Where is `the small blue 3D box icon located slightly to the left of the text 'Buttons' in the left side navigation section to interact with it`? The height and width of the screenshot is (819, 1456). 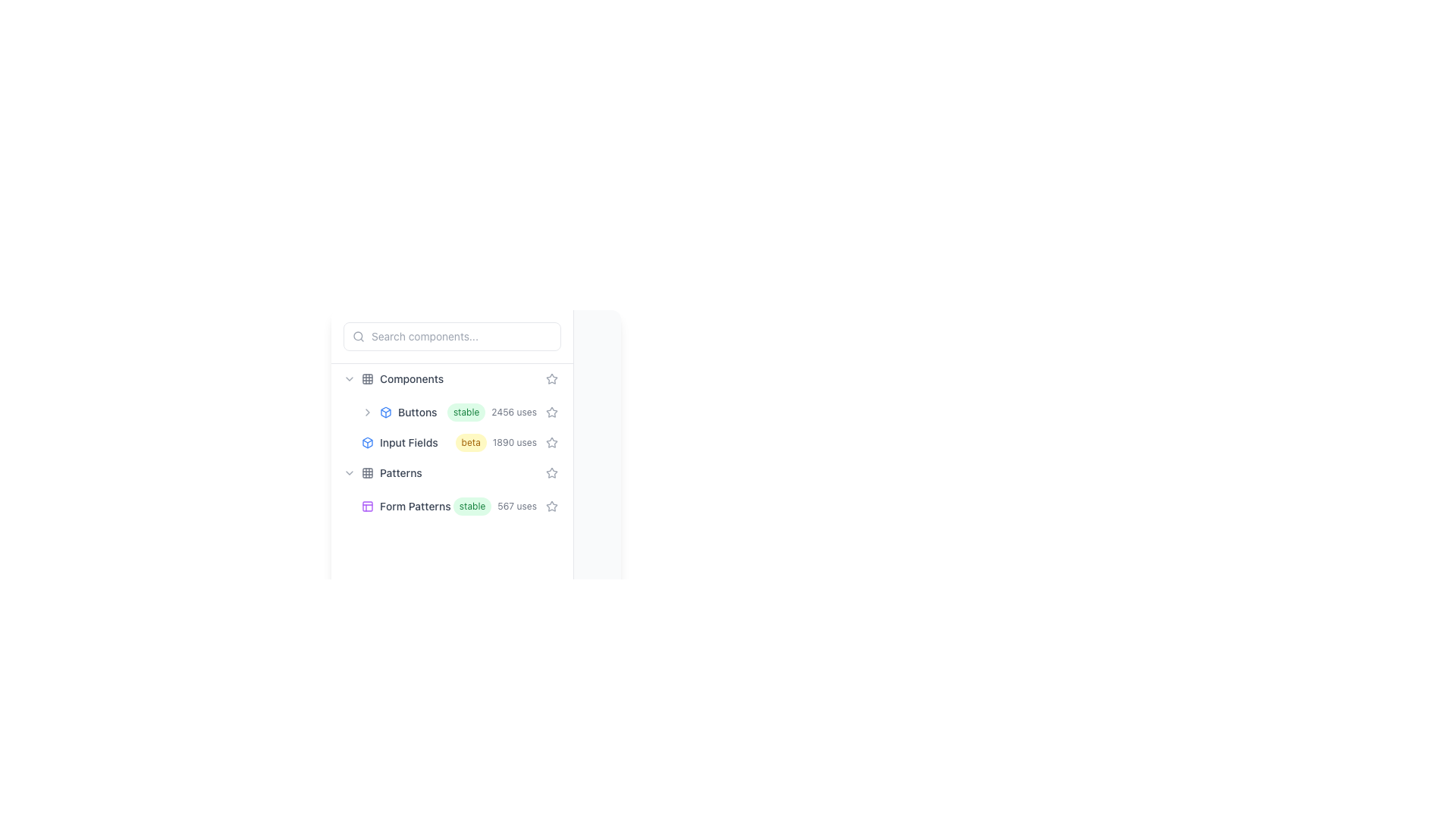
the small blue 3D box icon located slightly to the left of the text 'Buttons' in the left side navigation section to interact with it is located at coordinates (385, 412).